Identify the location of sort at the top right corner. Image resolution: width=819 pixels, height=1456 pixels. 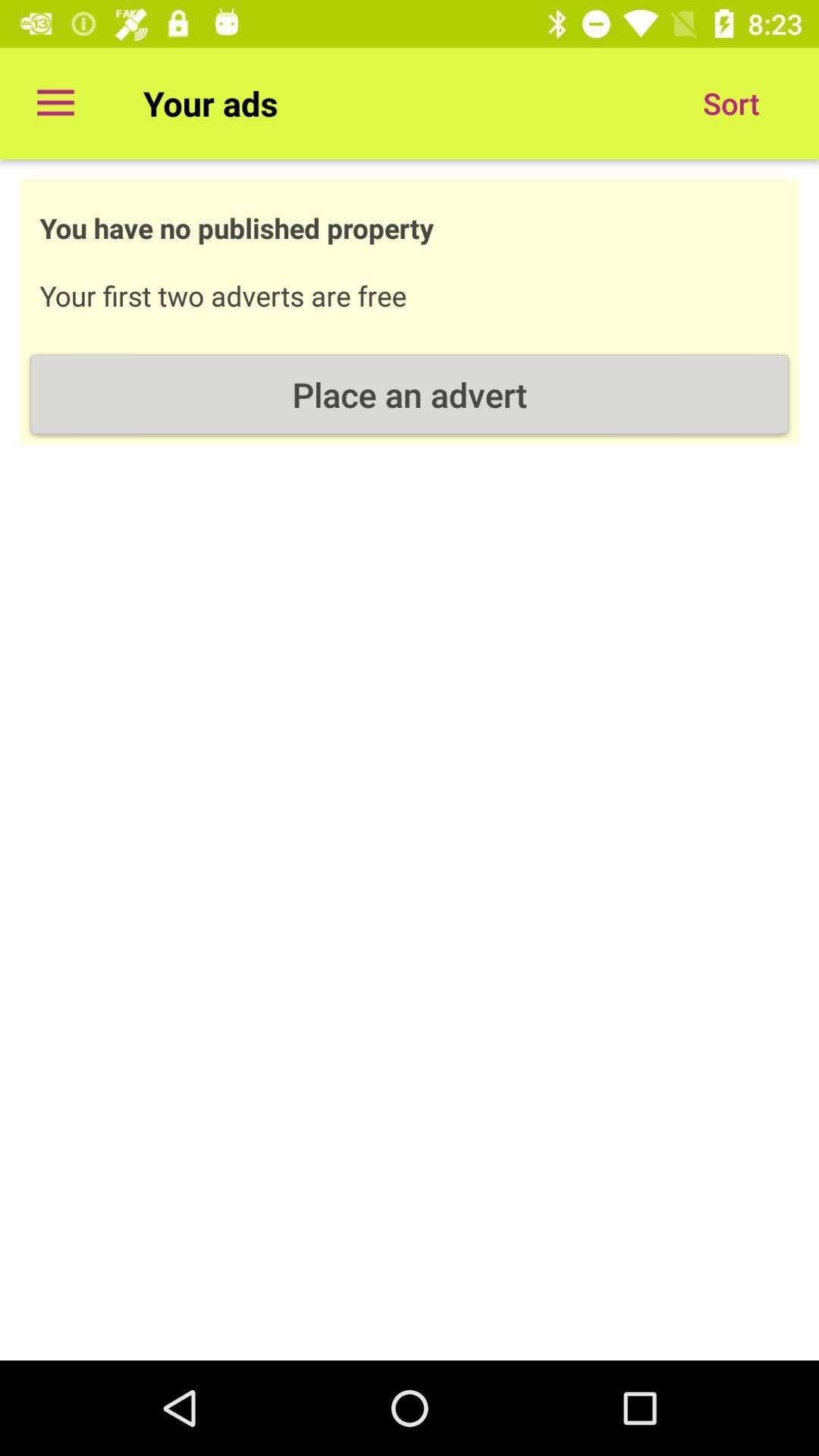
(730, 102).